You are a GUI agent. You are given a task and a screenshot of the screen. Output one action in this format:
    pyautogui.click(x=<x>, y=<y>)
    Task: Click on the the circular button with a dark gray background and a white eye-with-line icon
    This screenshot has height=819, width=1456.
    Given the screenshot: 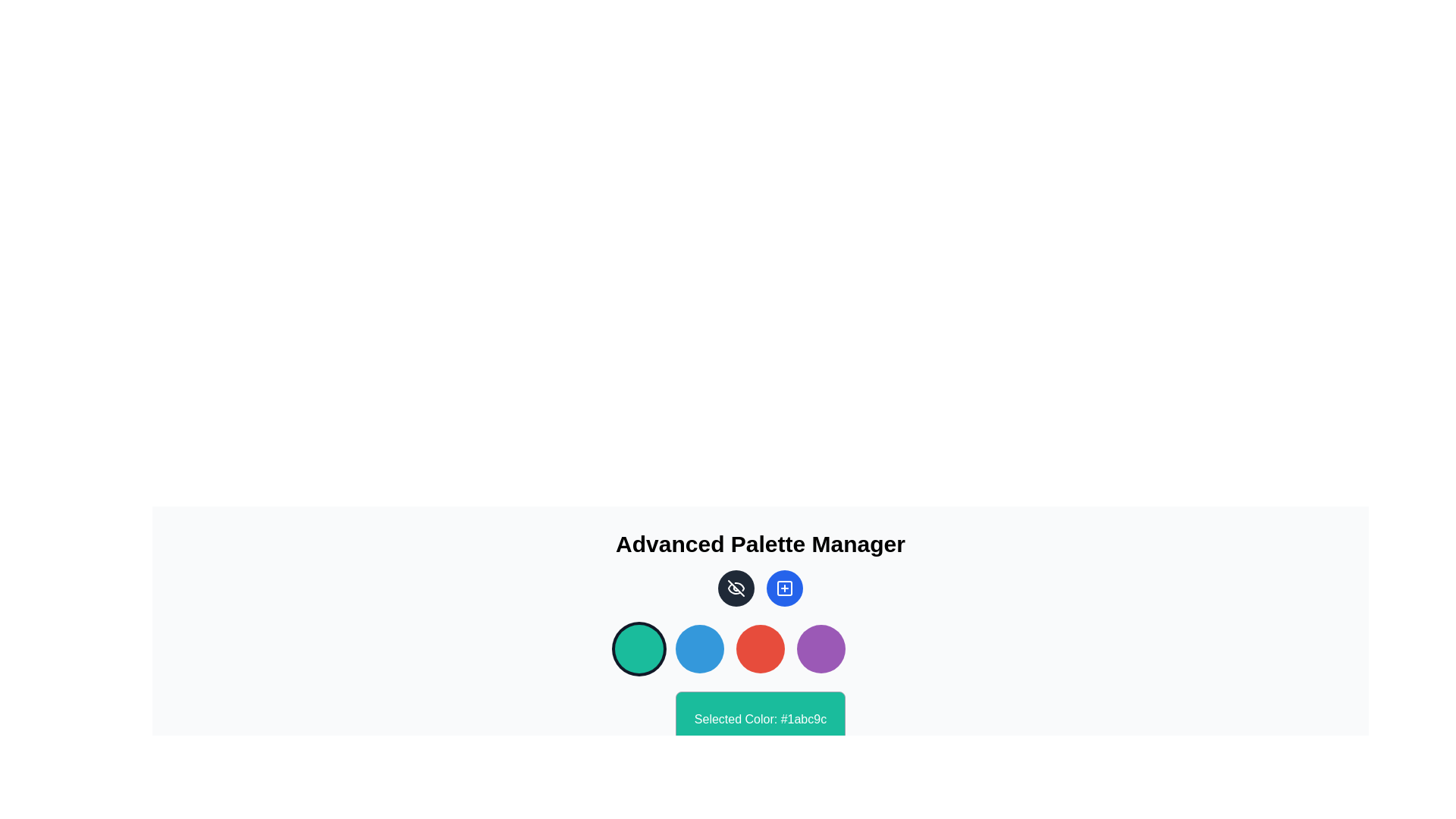 What is the action you would take?
    pyautogui.click(x=736, y=587)
    